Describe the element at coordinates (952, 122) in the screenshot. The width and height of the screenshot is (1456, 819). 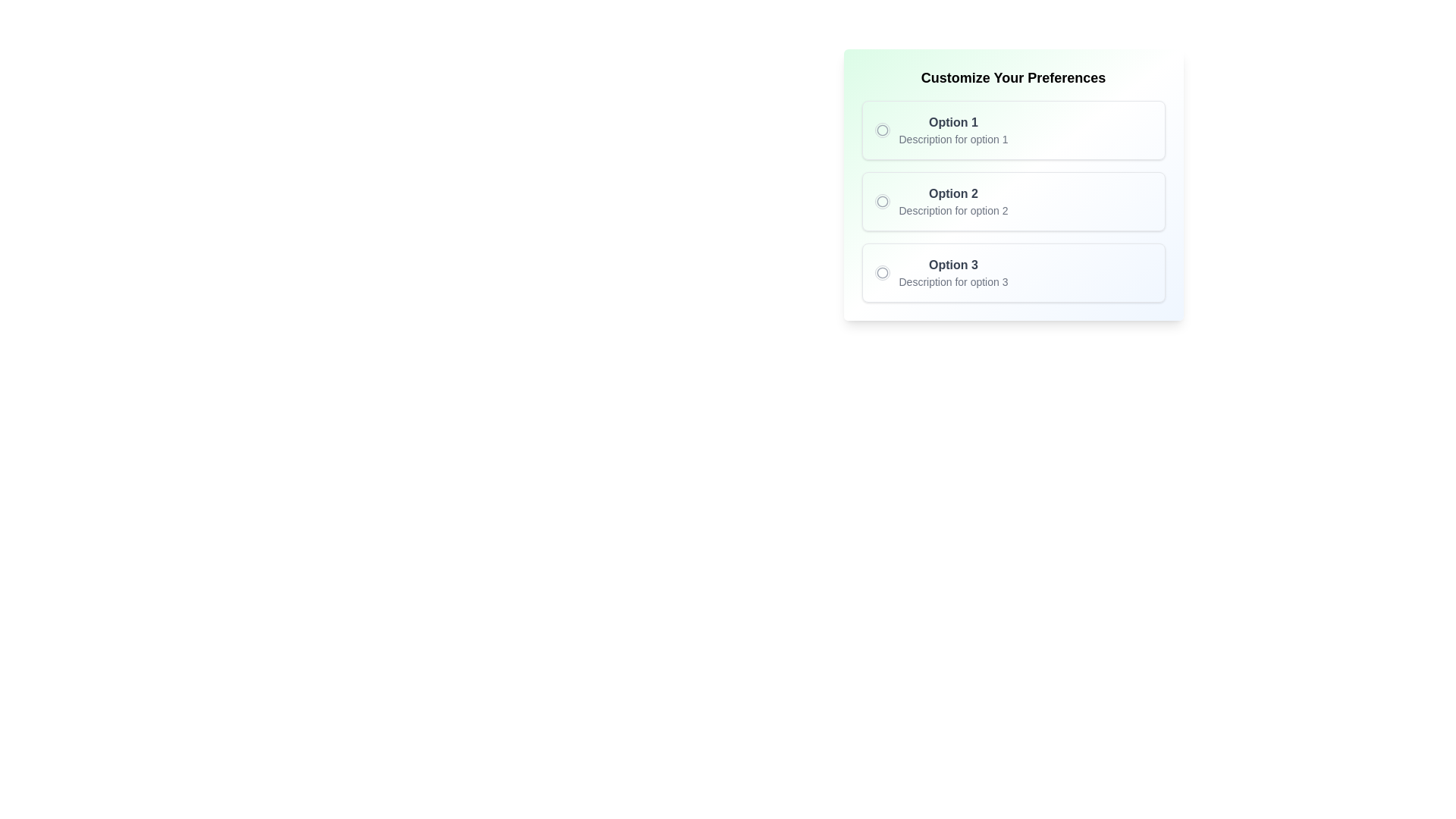
I see `the first label that identifies the first option in the selection list, positioned at the top of the selectable option list` at that location.